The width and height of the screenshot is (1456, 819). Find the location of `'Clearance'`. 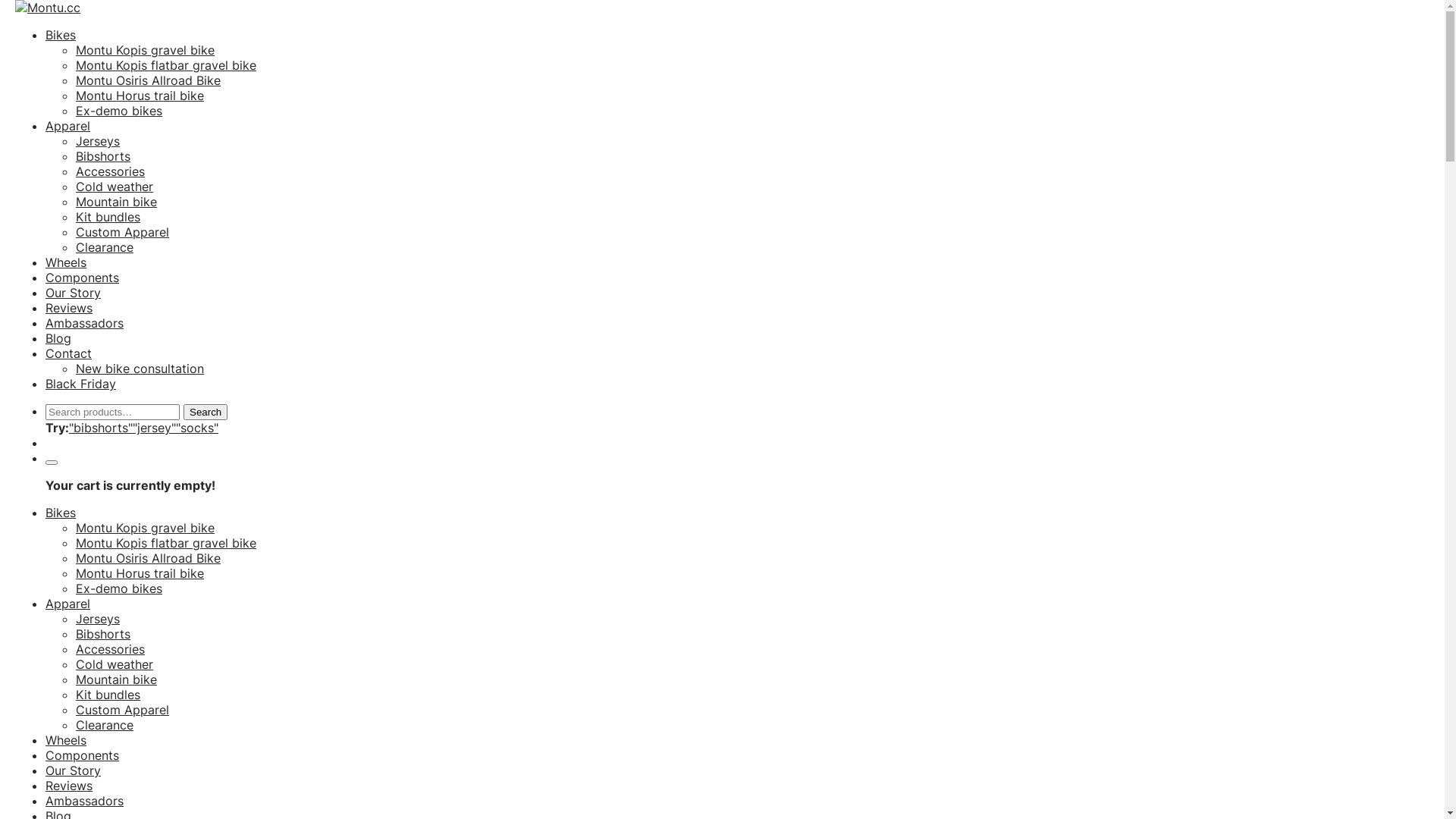

'Clearance' is located at coordinates (75, 724).